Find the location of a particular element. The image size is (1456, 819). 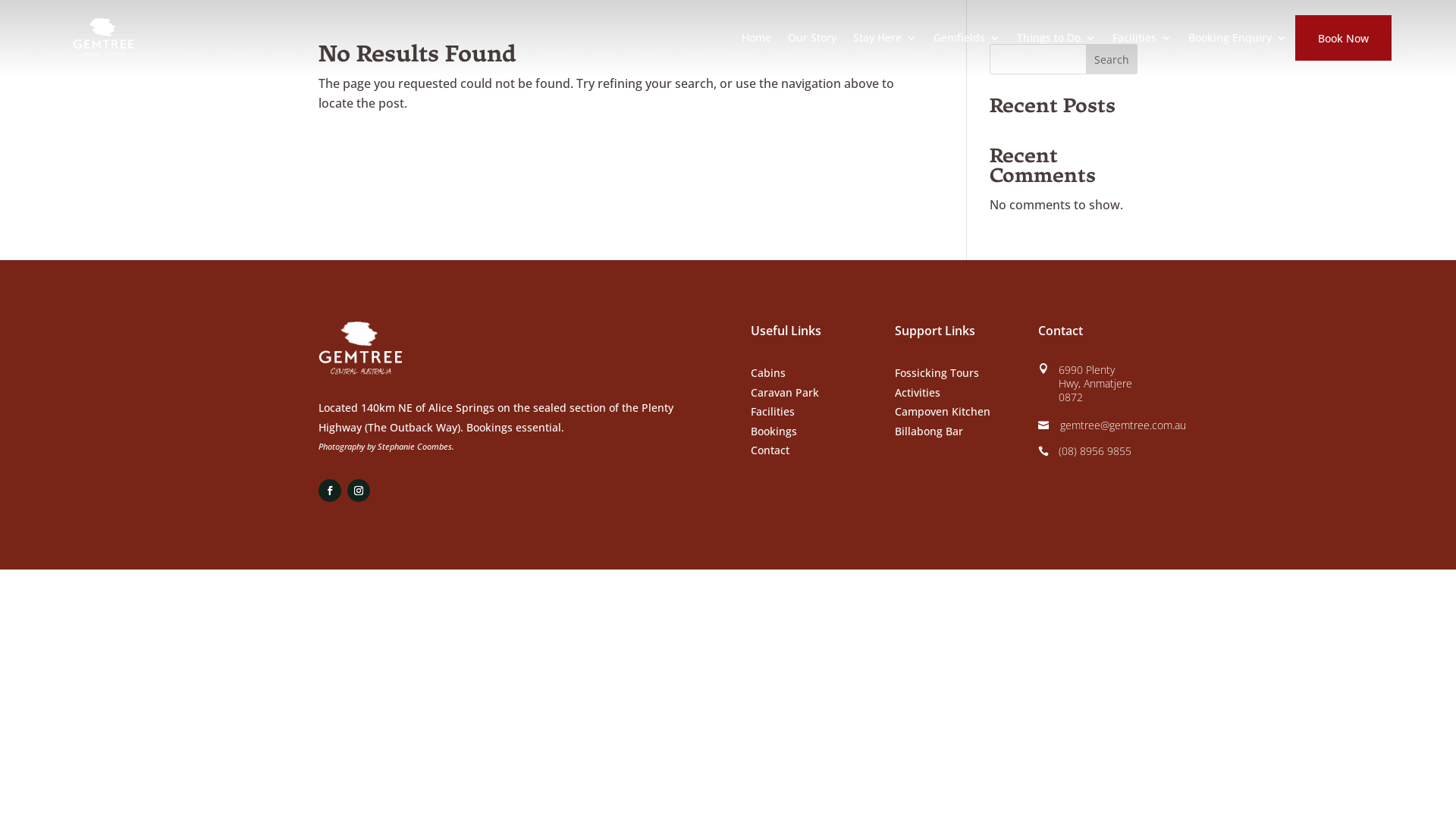

'Billabong Bar' is located at coordinates (927, 431).